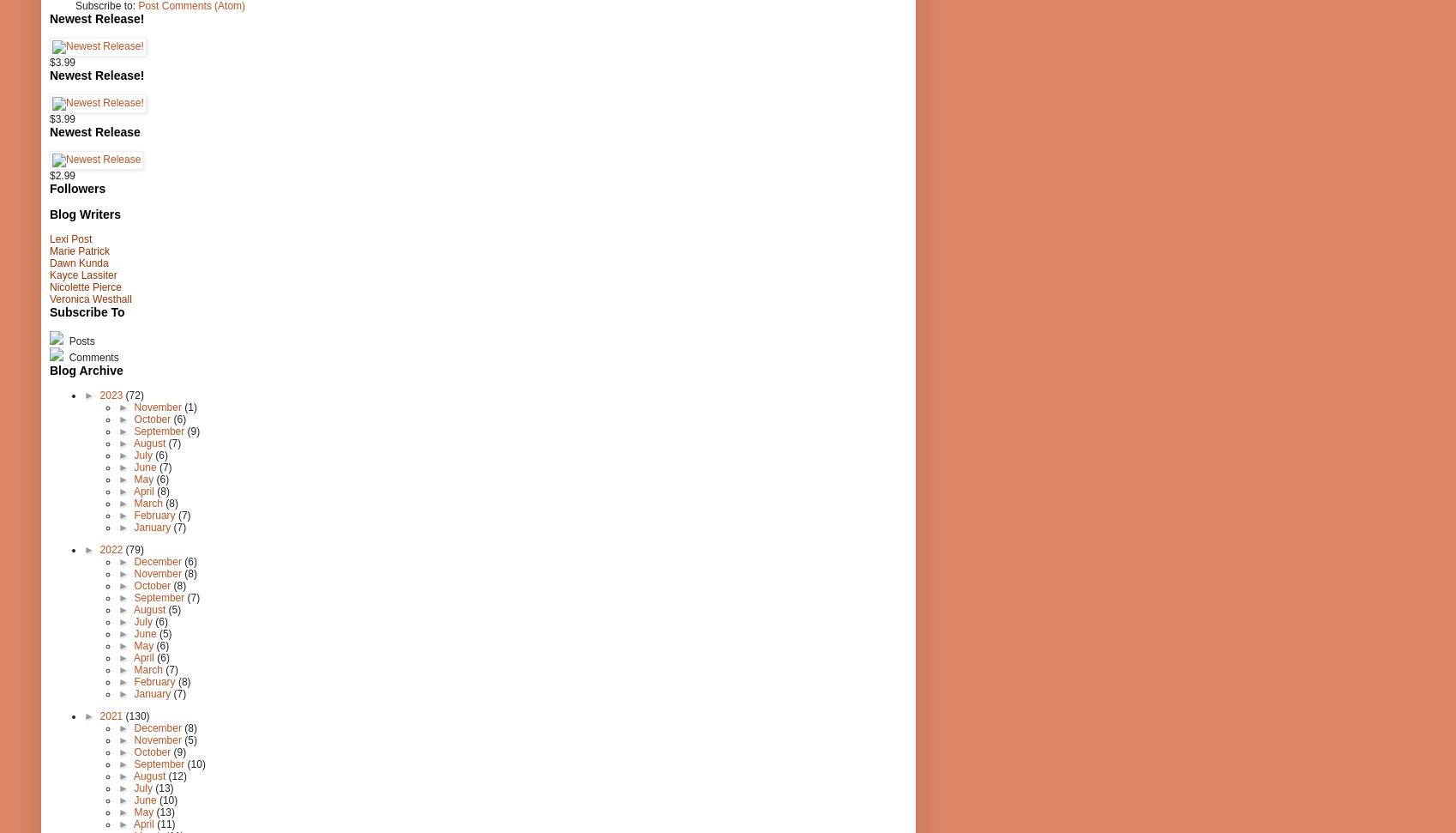  I want to click on '(130)', so click(124, 715).